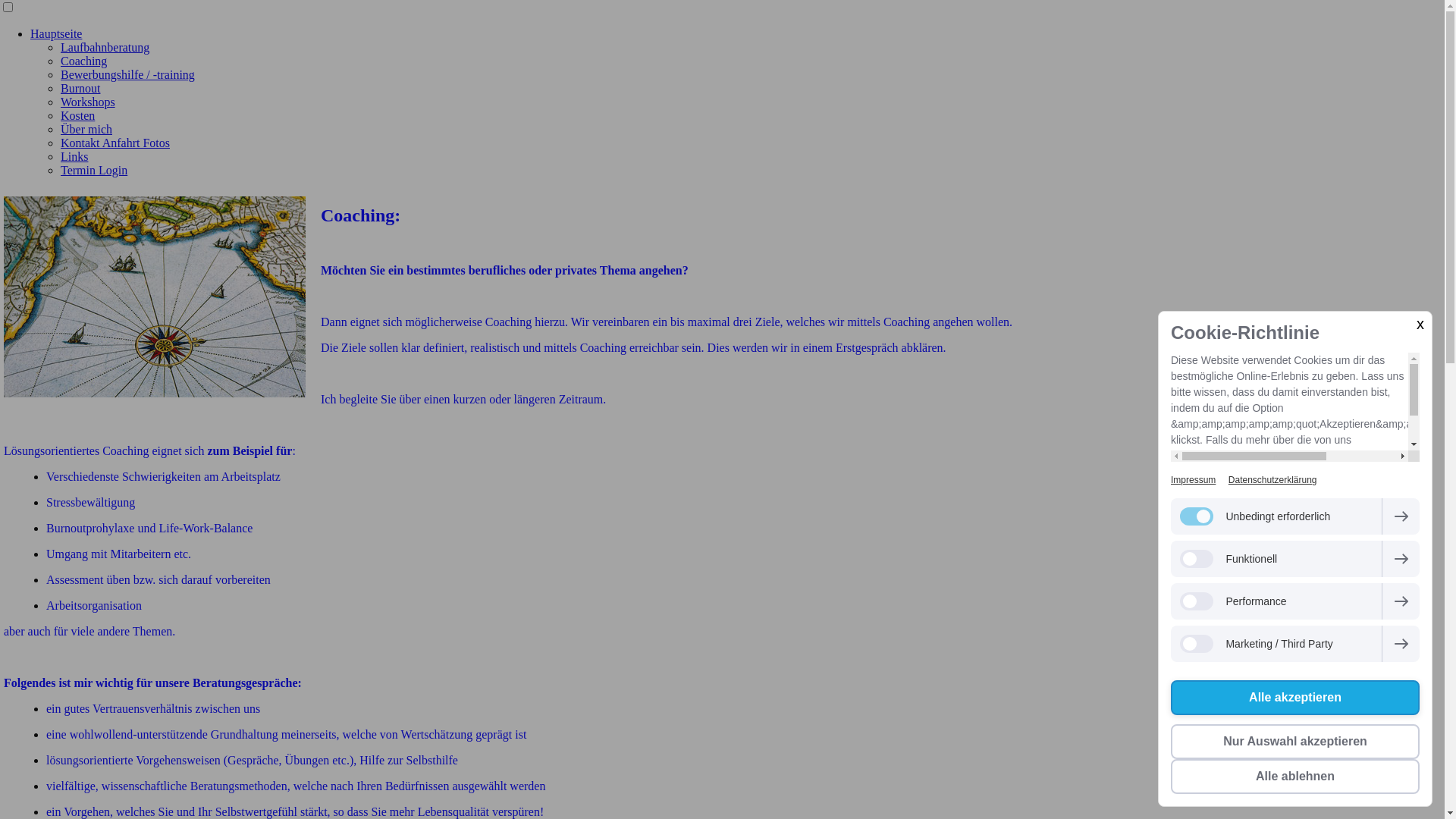  What do you see at coordinates (1294, 741) in the screenshot?
I see `'Nur Auswahl akzeptieren'` at bounding box center [1294, 741].